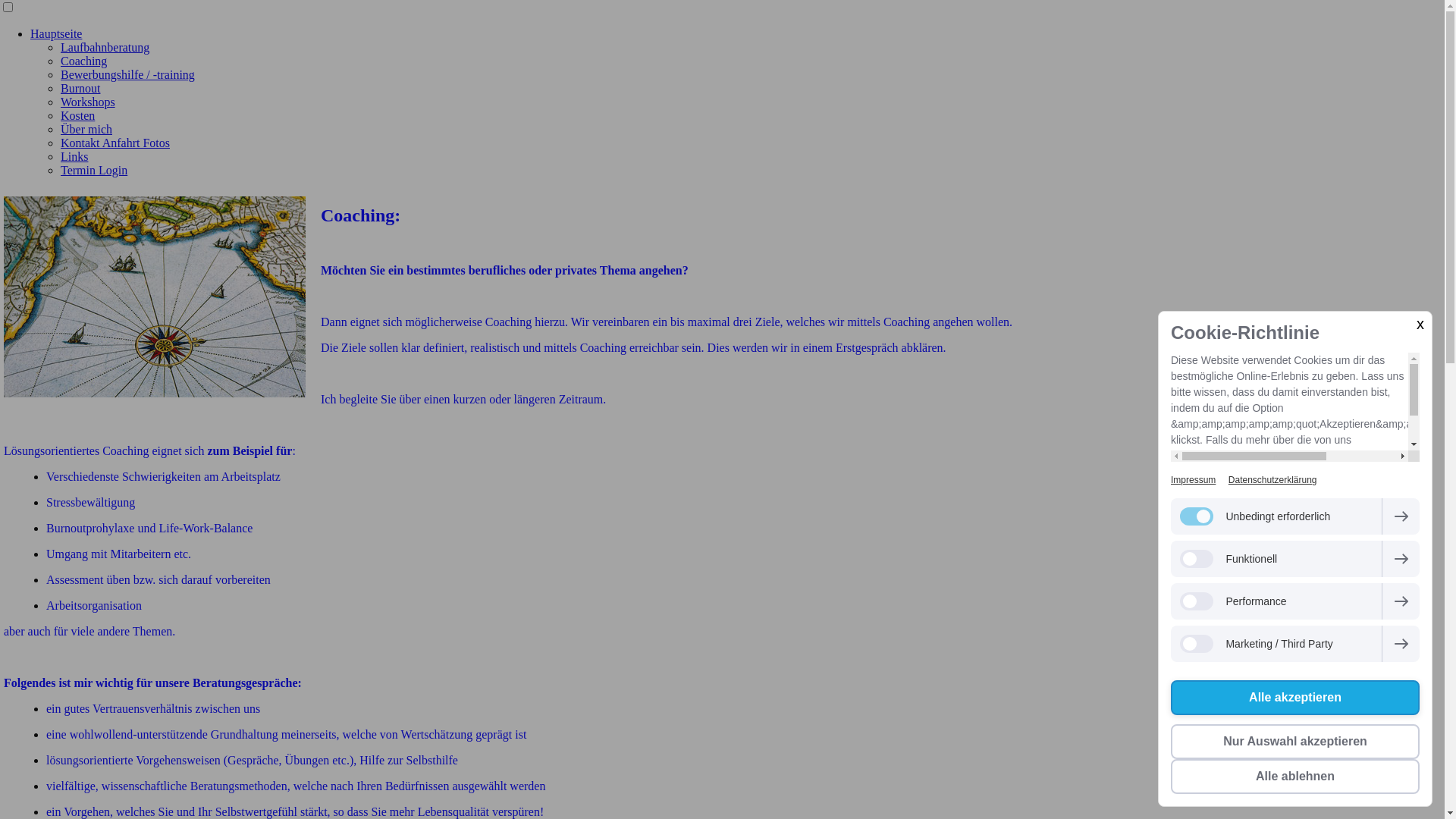  What do you see at coordinates (1294, 741) in the screenshot?
I see `'Nur Auswahl akzeptieren'` at bounding box center [1294, 741].